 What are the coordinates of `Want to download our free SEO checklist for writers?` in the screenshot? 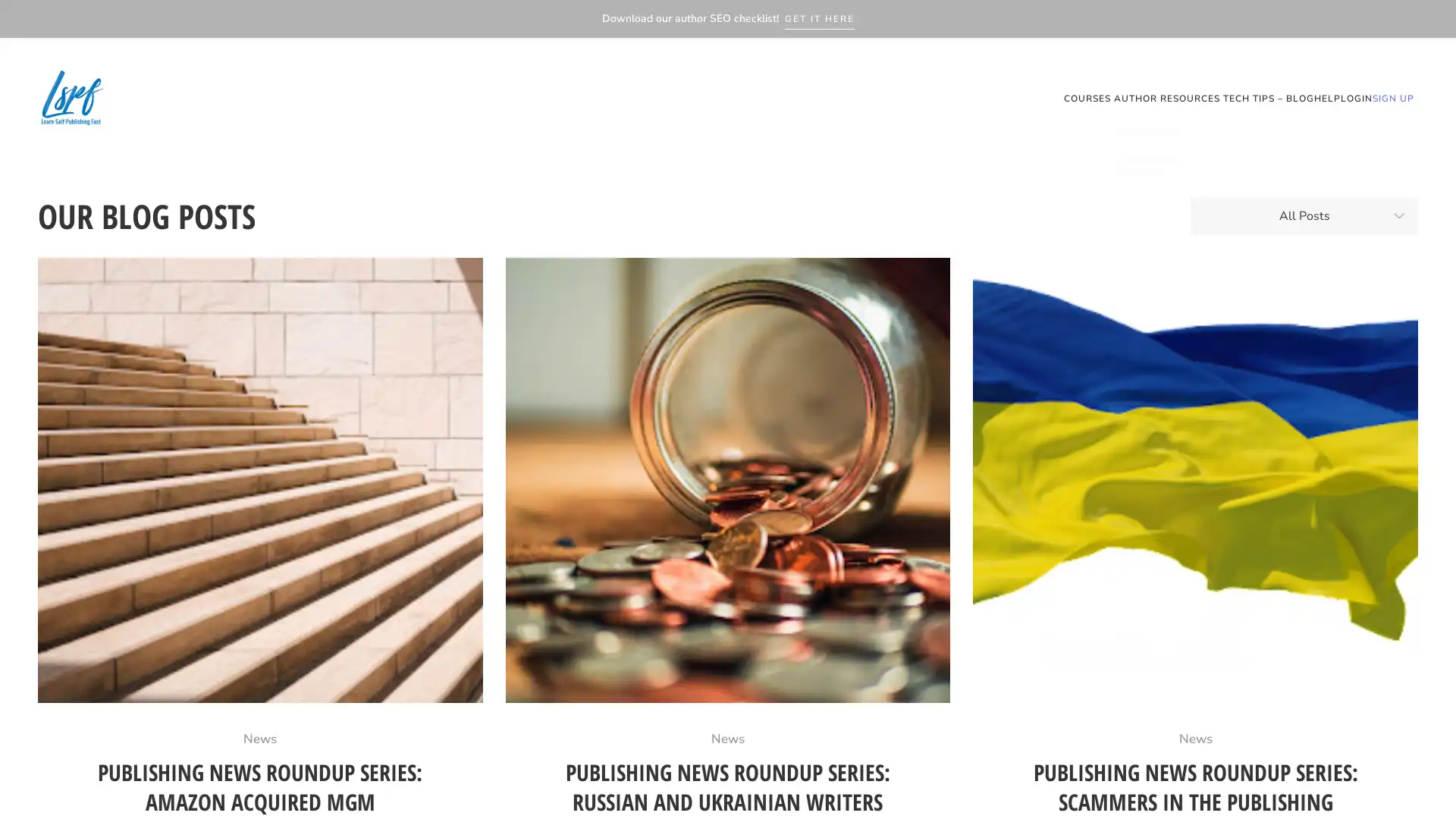 It's located at (768, 379).